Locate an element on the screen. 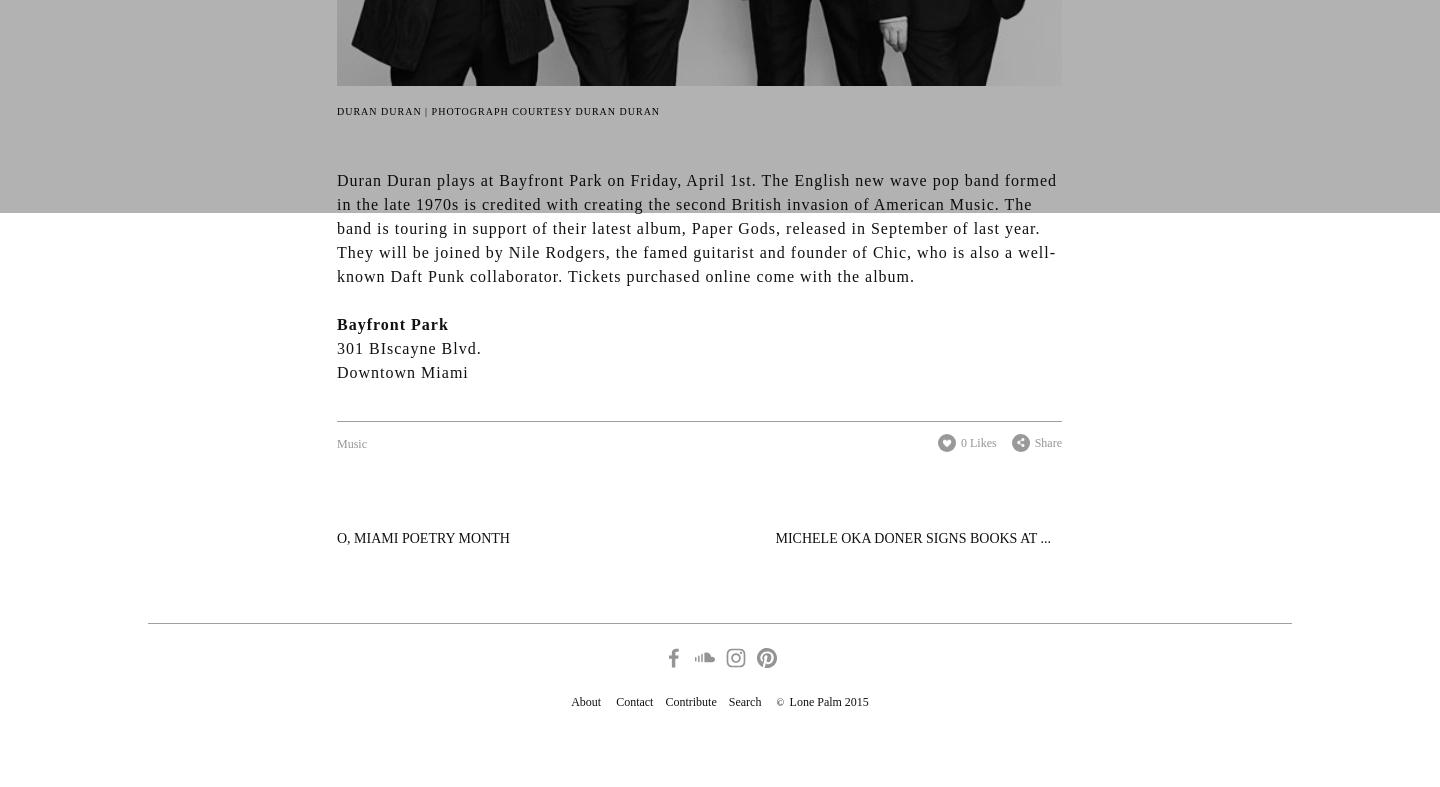 The image size is (1440, 787). 'Contact' is located at coordinates (633, 702).